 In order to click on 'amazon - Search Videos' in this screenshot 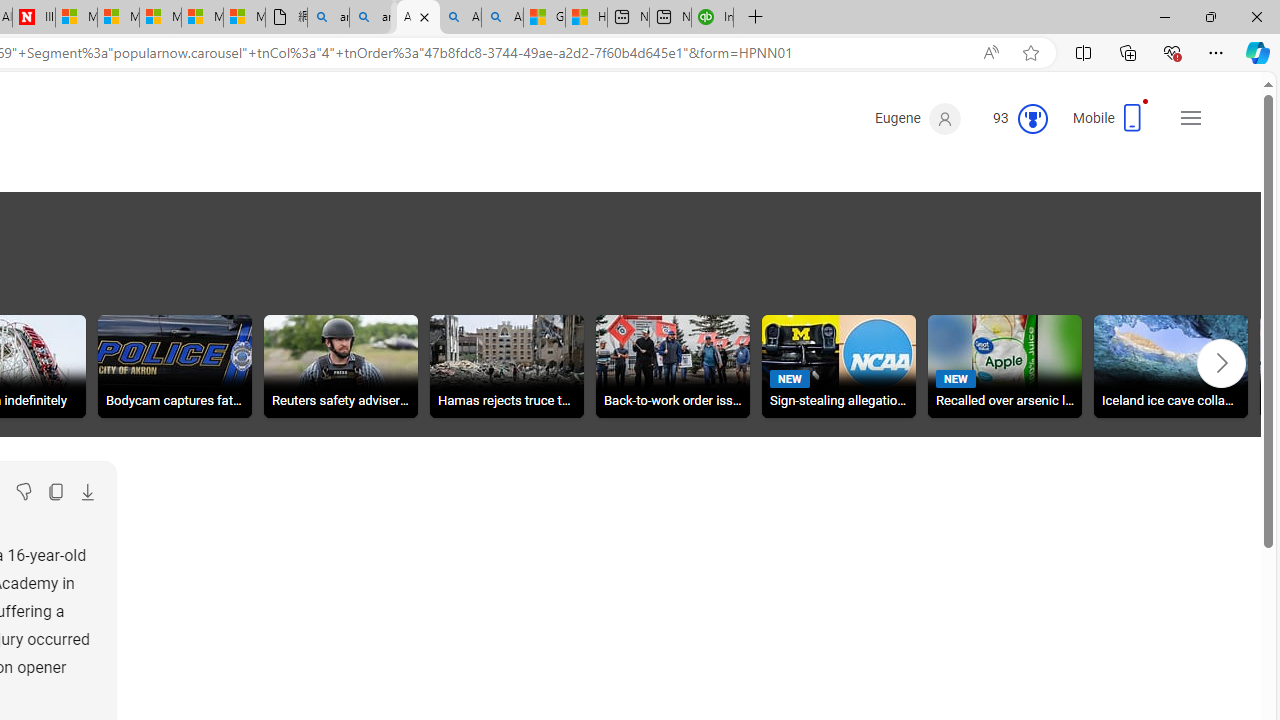, I will do `click(369, 17)`.